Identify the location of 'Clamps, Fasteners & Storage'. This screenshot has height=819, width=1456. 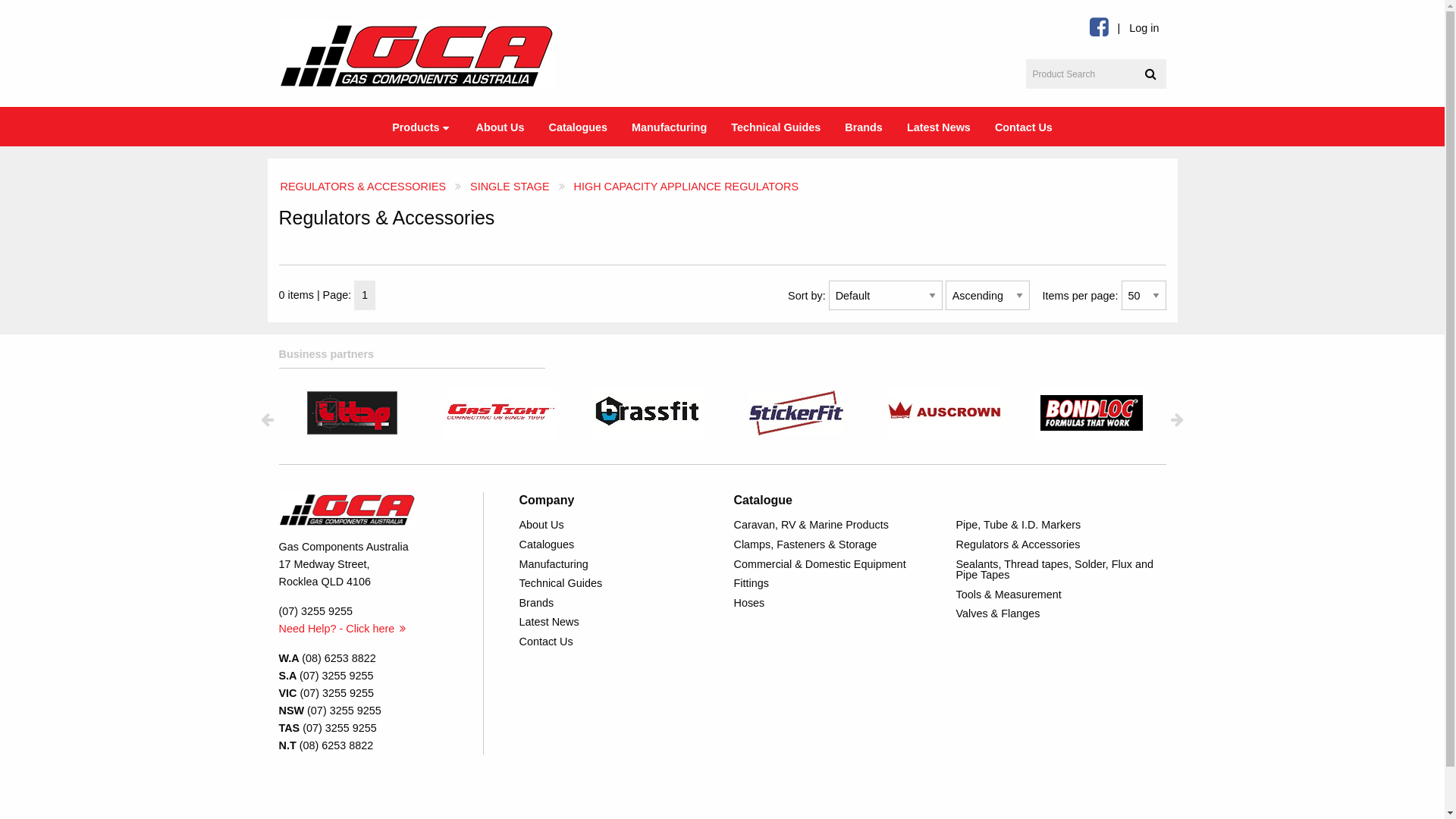
(838, 543).